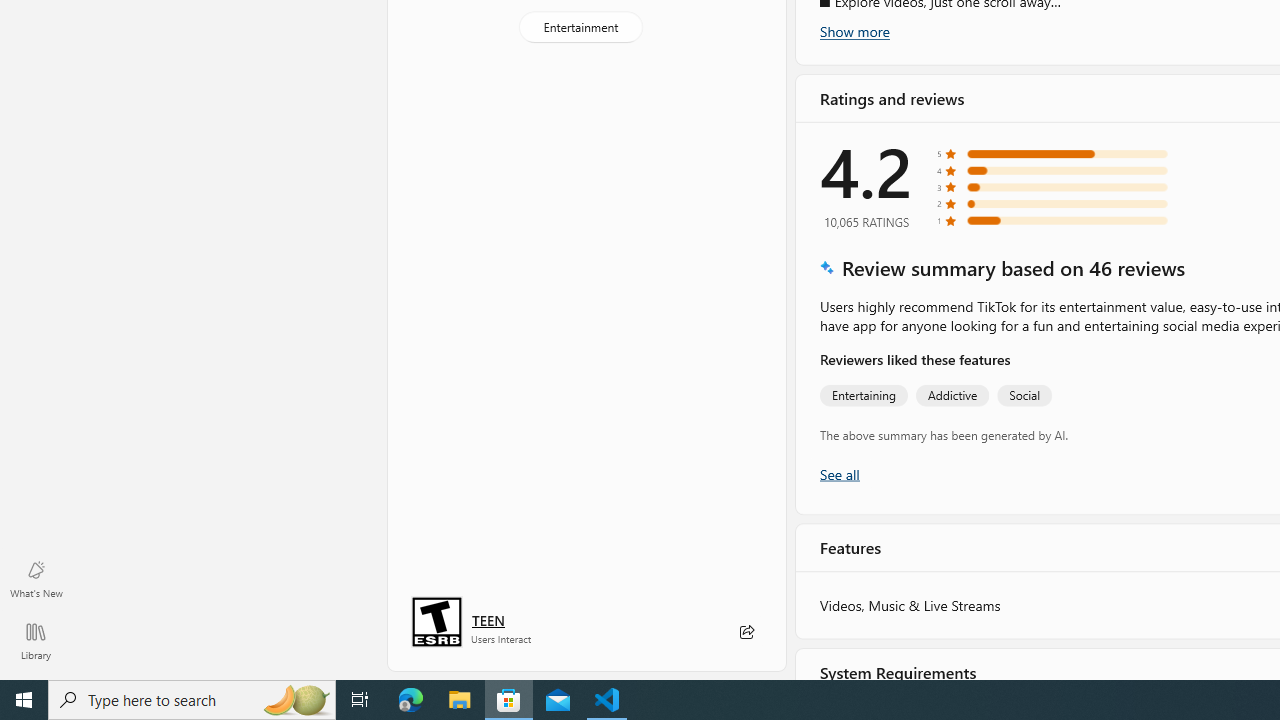 The image size is (1280, 720). Describe the element at coordinates (35, 578) in the screenshot. I see `'What'` at that location.